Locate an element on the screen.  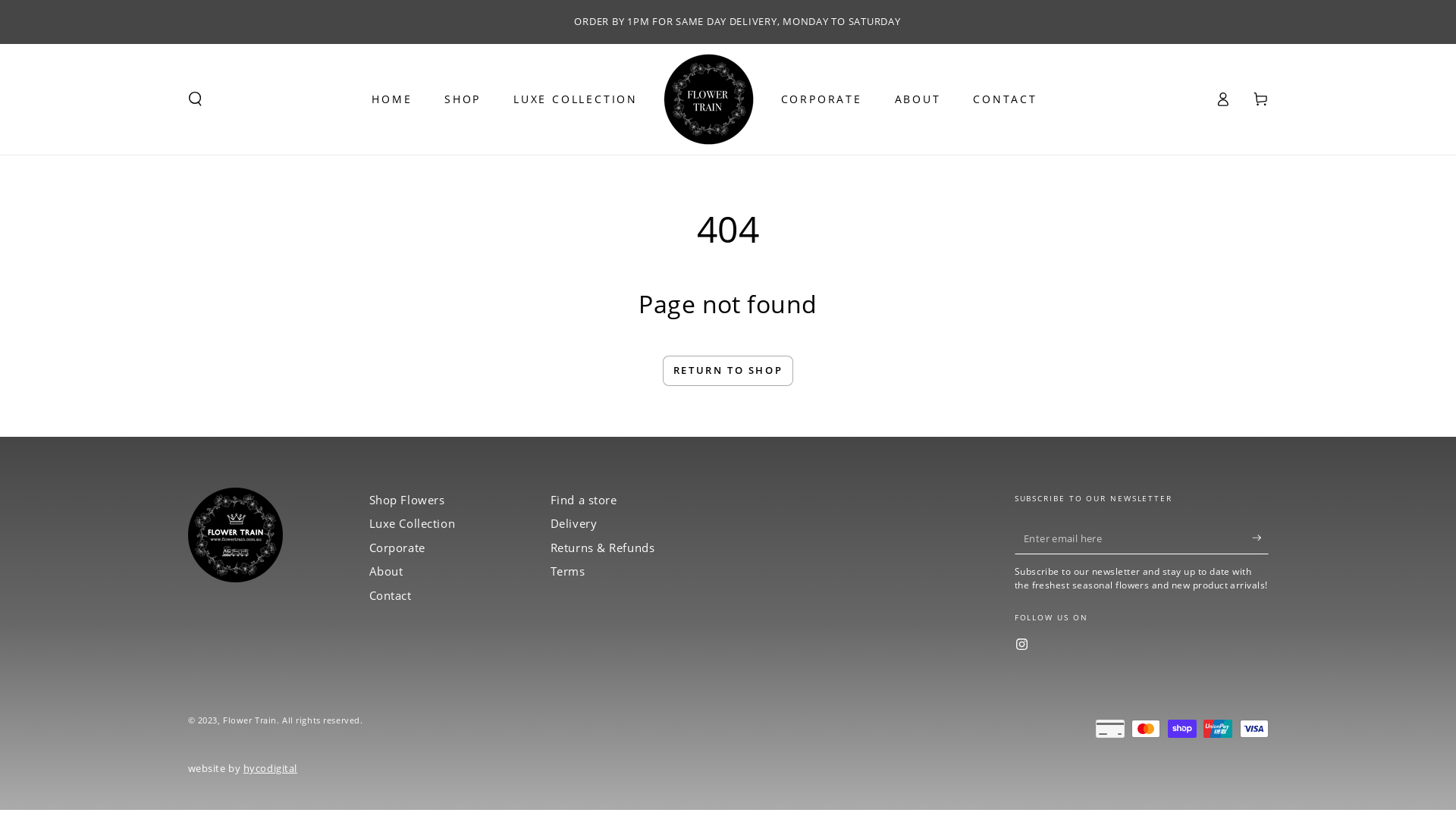
'Delivery' is located at coordinates (573, 522).